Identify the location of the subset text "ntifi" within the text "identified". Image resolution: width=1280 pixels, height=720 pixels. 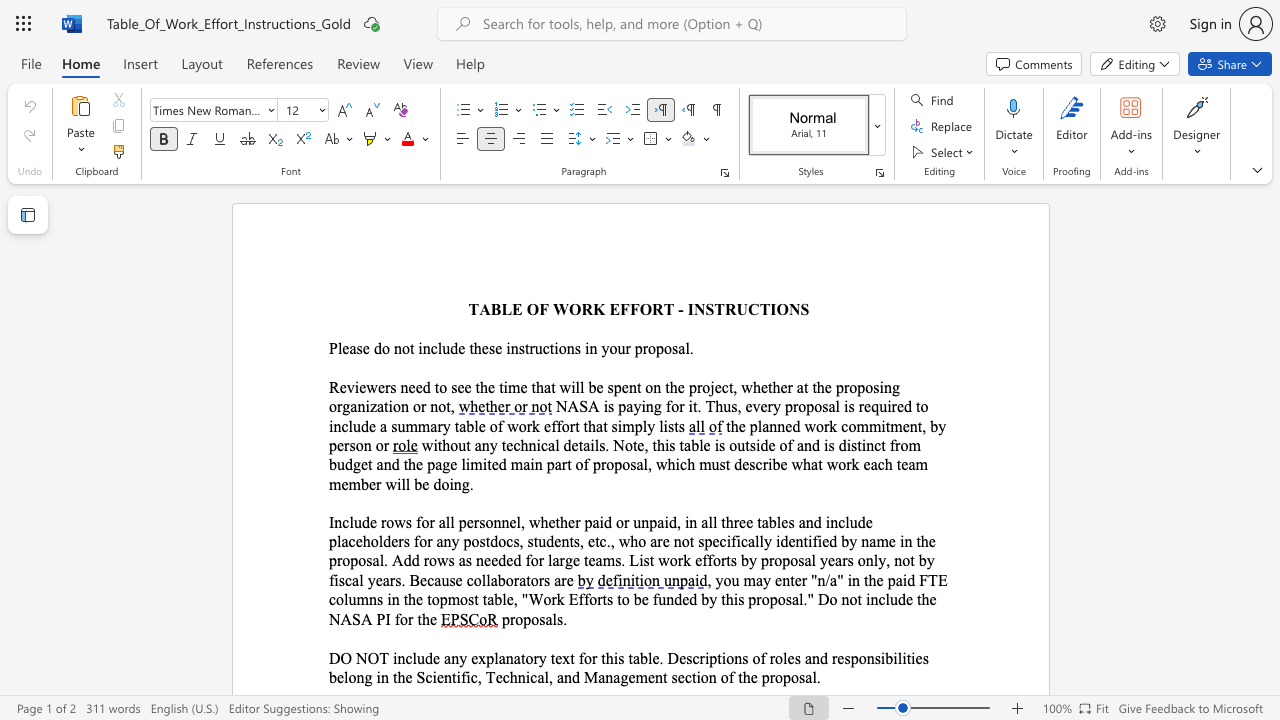
(794, 541).